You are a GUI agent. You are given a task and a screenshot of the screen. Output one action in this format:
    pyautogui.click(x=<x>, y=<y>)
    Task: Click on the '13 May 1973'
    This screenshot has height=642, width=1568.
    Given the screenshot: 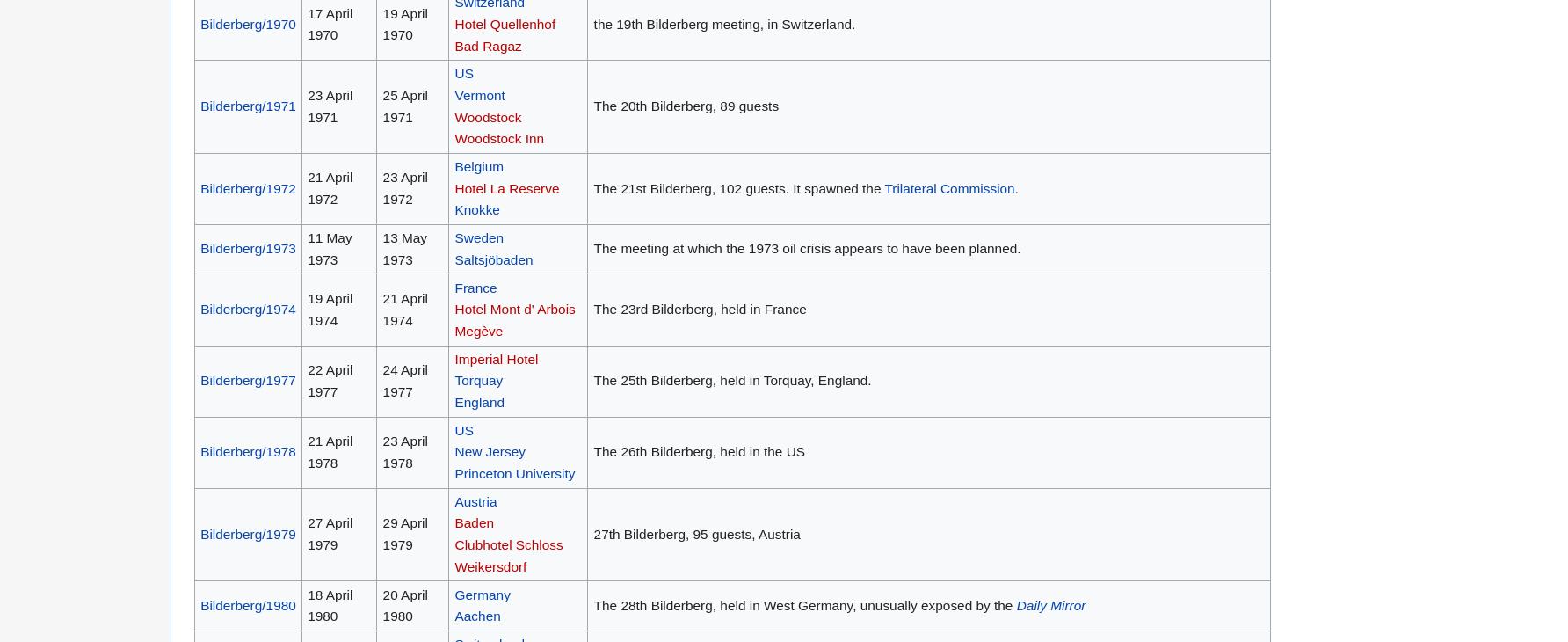 What is the action you would take?
    pyautogui.click(x=404, y=248)
    